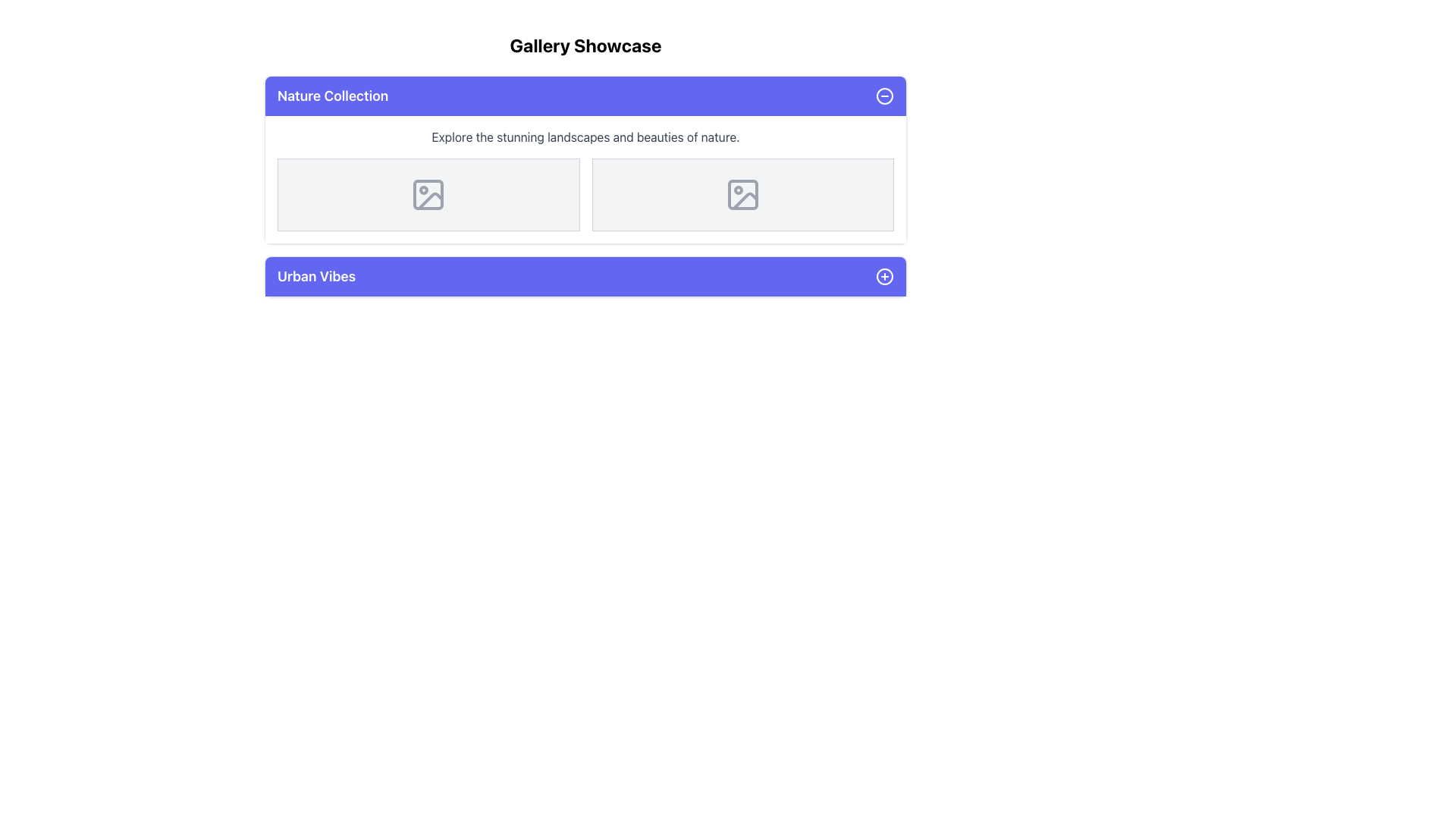 The width and height of the screenshot is (1456, 819). I want to click on the image placeholder icon, which is styled in light gray with rounded corners and depicts a mountain-like shape, located in the right panel of the 'Nature Collection' section, so click(742, 194).